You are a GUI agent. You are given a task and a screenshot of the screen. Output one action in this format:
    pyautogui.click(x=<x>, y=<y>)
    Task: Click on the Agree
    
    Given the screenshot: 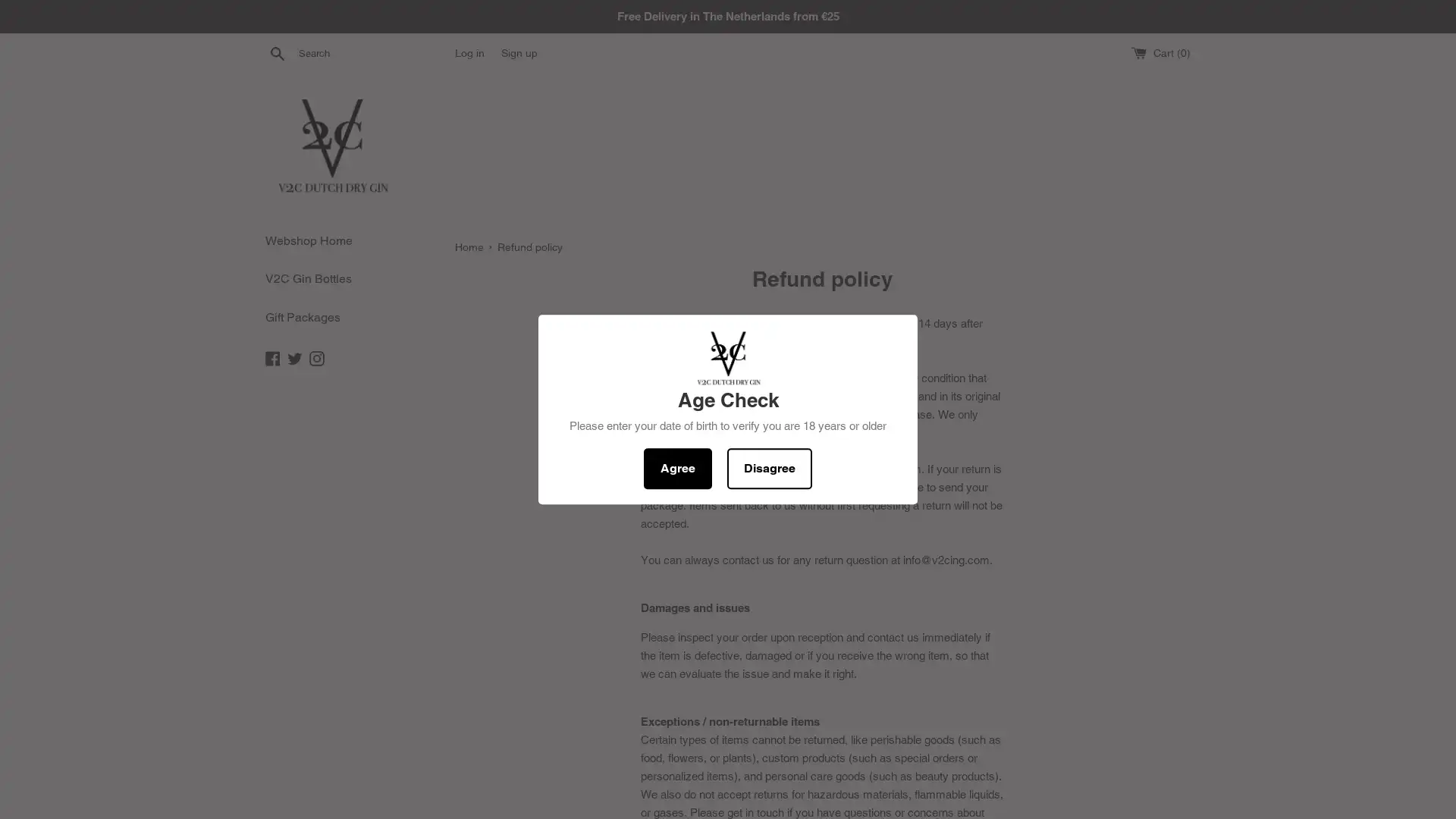 What is the action you would take?
    pyautogui.click(x=676, y=467)
    